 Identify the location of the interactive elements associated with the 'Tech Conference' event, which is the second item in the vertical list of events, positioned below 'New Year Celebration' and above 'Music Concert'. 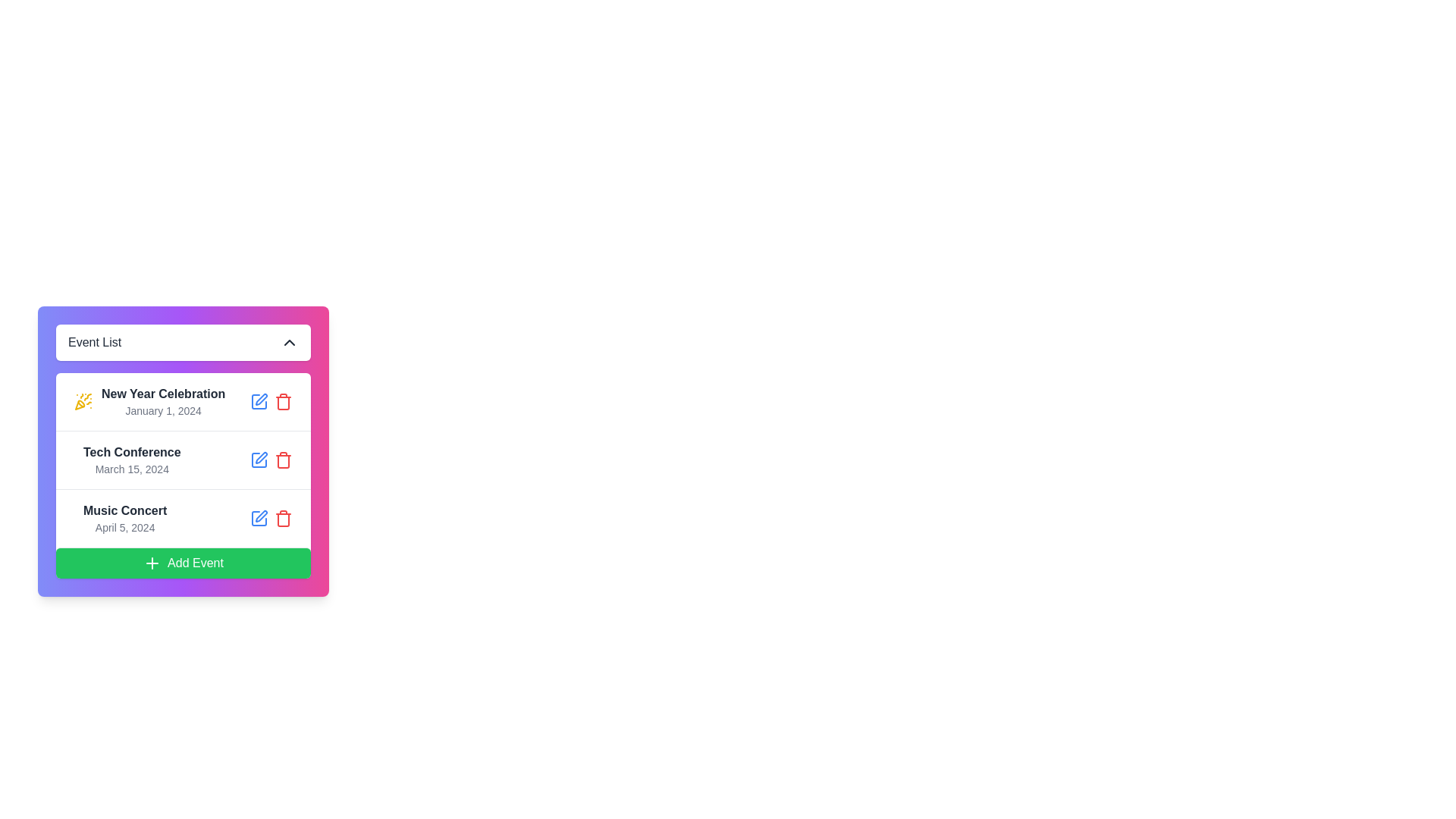
(132, 459).